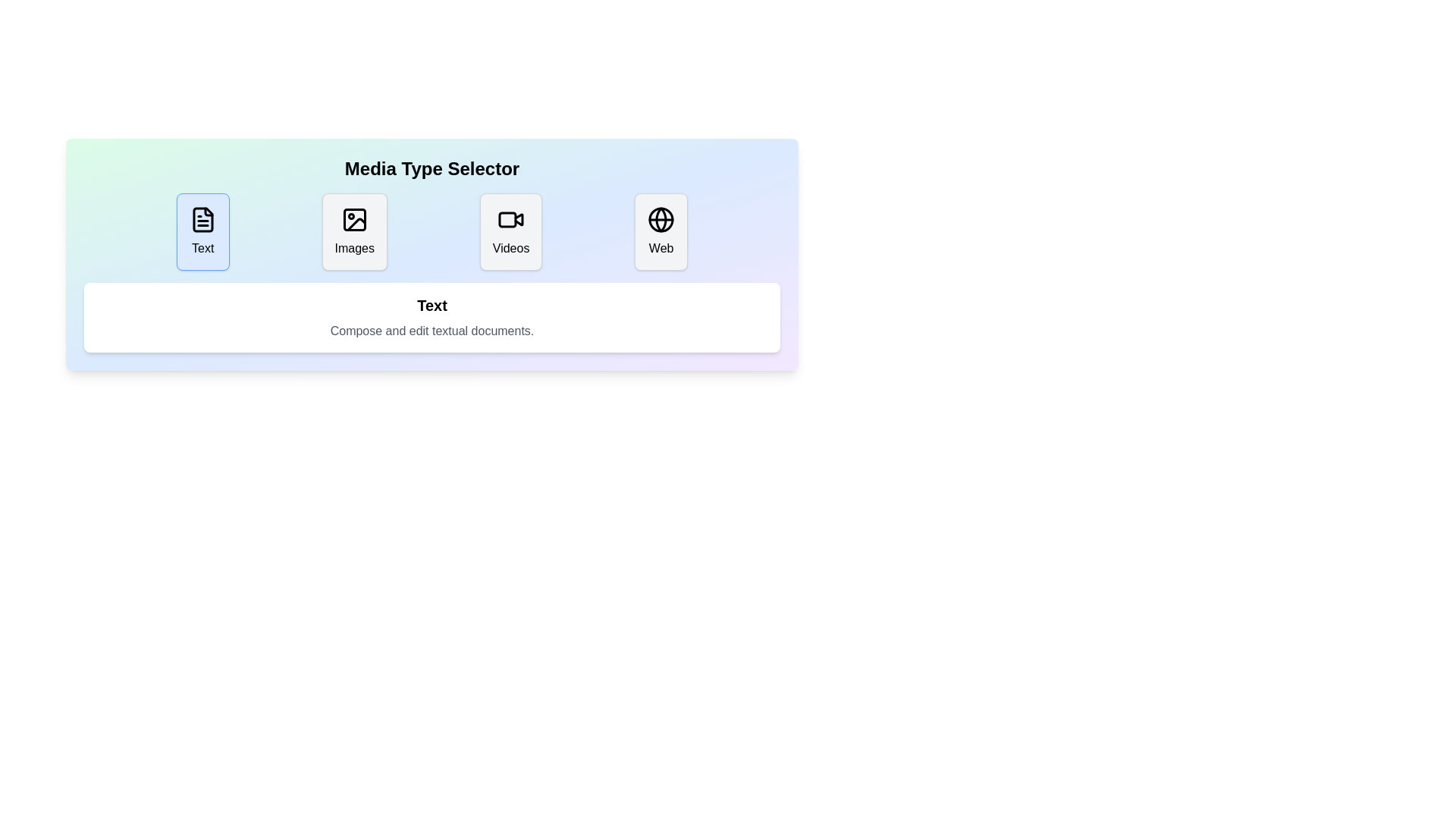 The height and width of the screenshot is (819, 1456). Describe the element at coordinates (431, 330) in the screenshot. I see `the Text Label that provides additional information about the 'Text' option, which is centrally placed below the 'Text' header` at that location.